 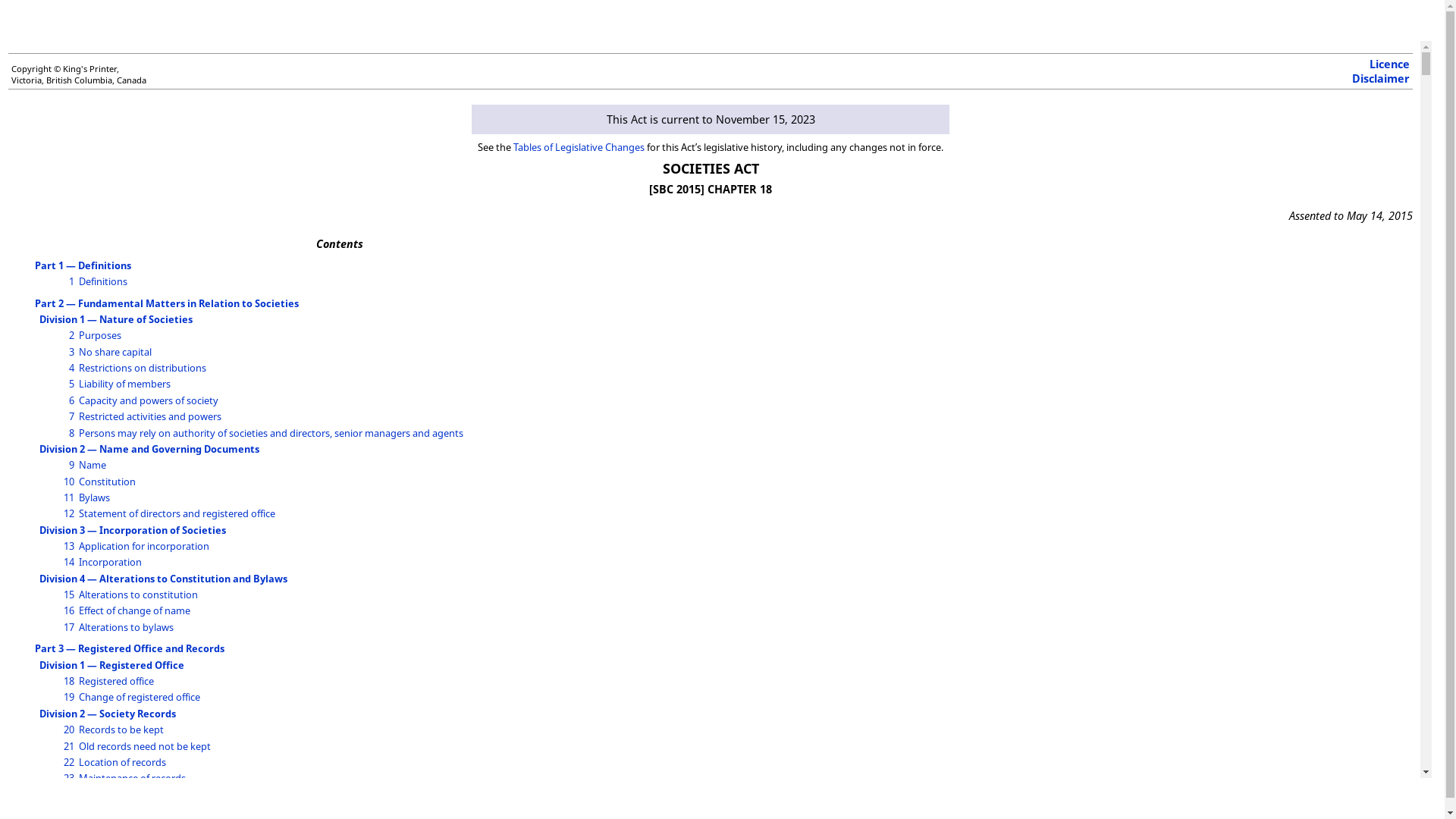 I want to click on '8', so click(x=68, y=432).